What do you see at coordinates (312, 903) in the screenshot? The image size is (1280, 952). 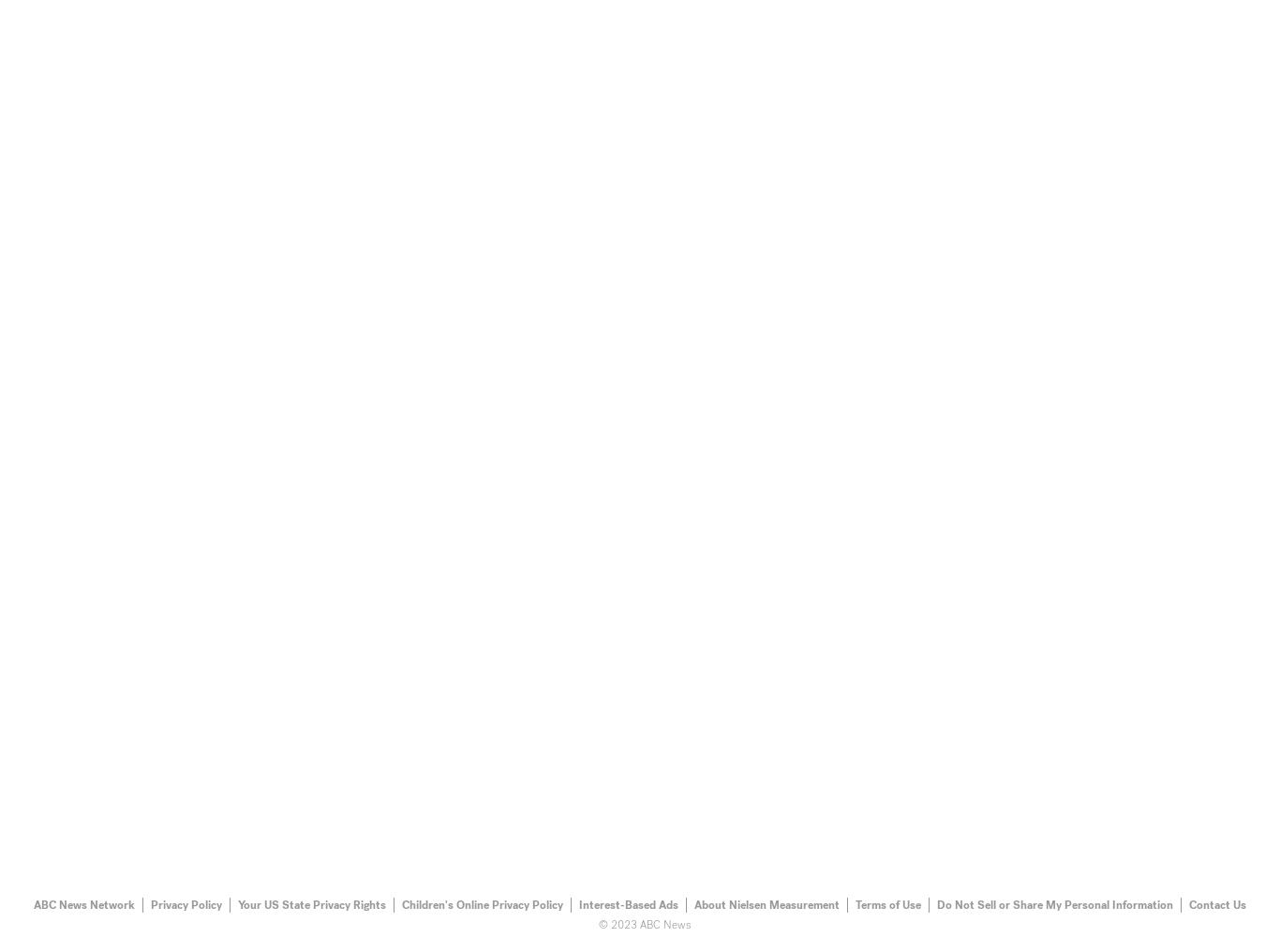 I see `'Your US State Privacy Rights'` at bounding box center [312, 903].